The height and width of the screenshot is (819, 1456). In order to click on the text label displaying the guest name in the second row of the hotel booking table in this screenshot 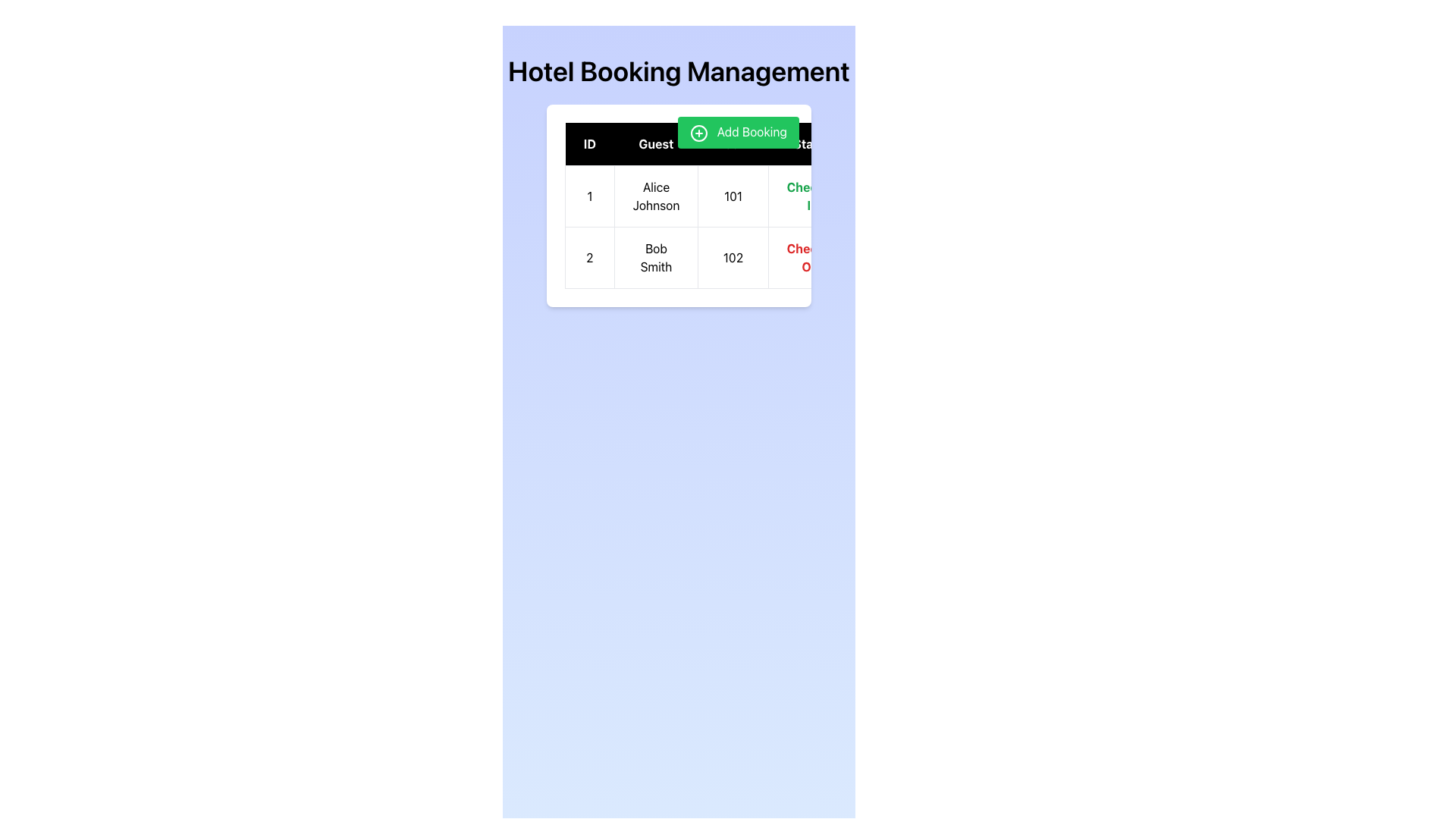, I will do `click(656, 256)`.